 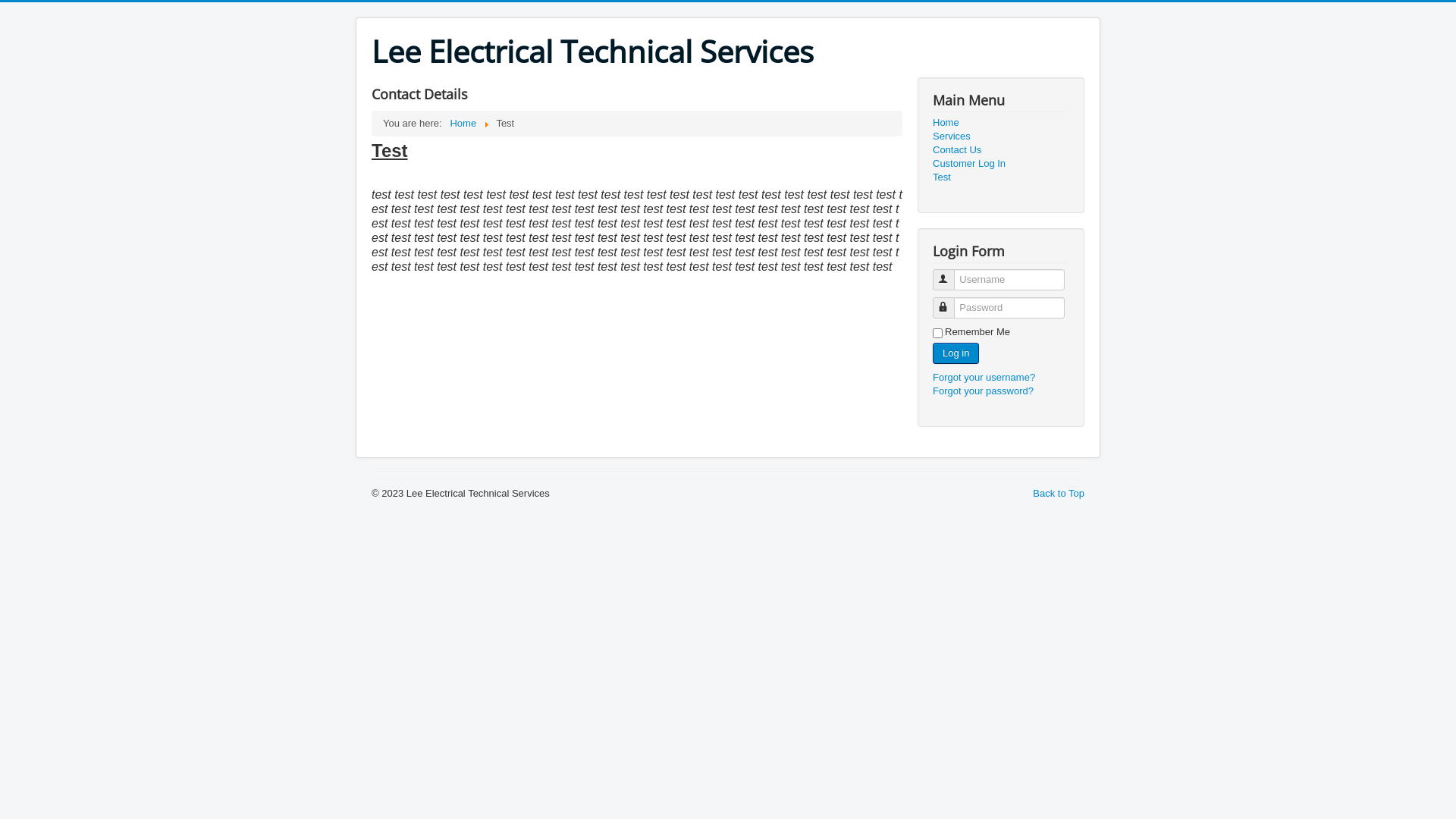 I want to click on 'Back to Top', so click(x=1032, y=493).